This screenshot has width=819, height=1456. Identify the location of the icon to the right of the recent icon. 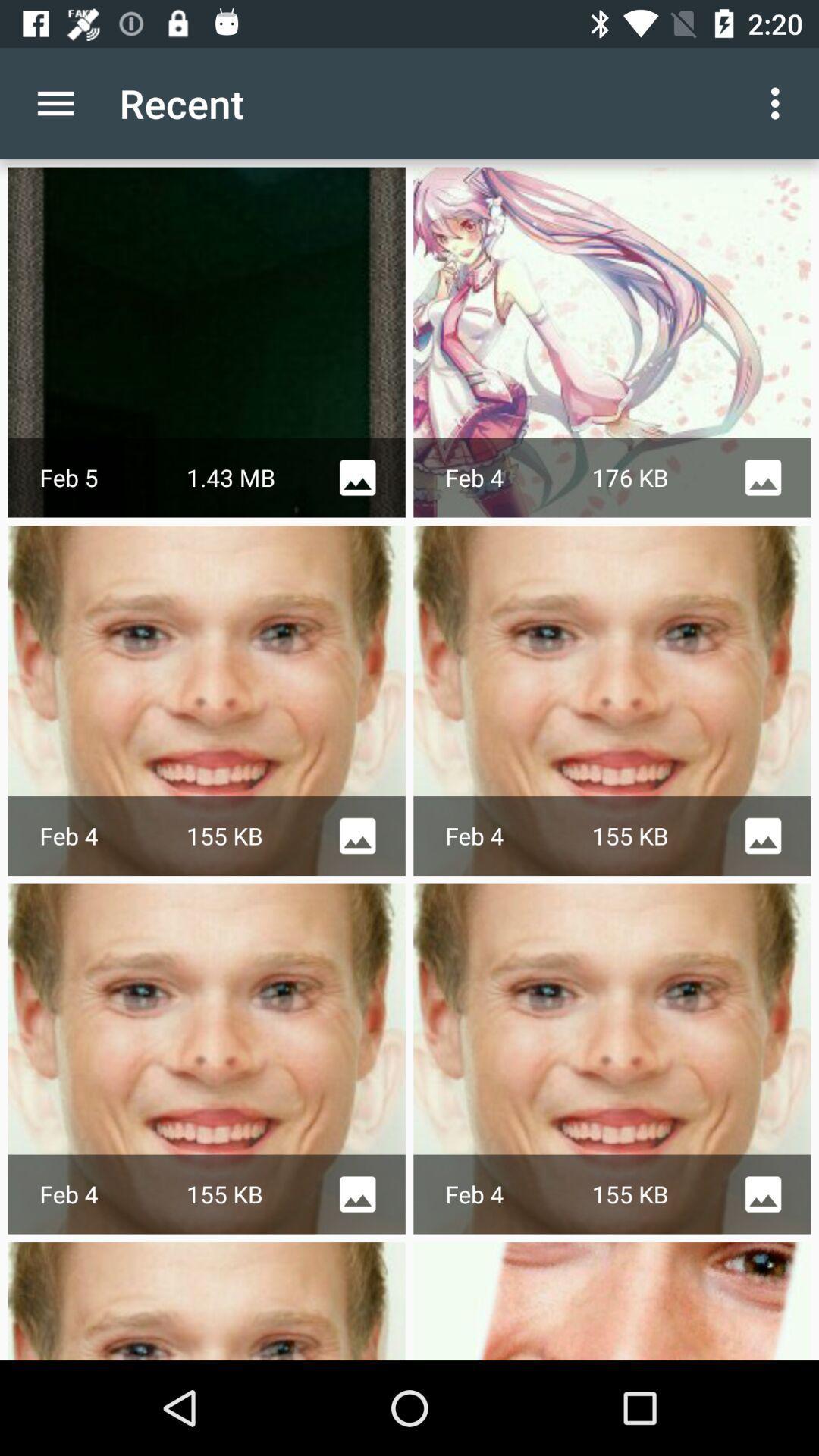
(779, 102).